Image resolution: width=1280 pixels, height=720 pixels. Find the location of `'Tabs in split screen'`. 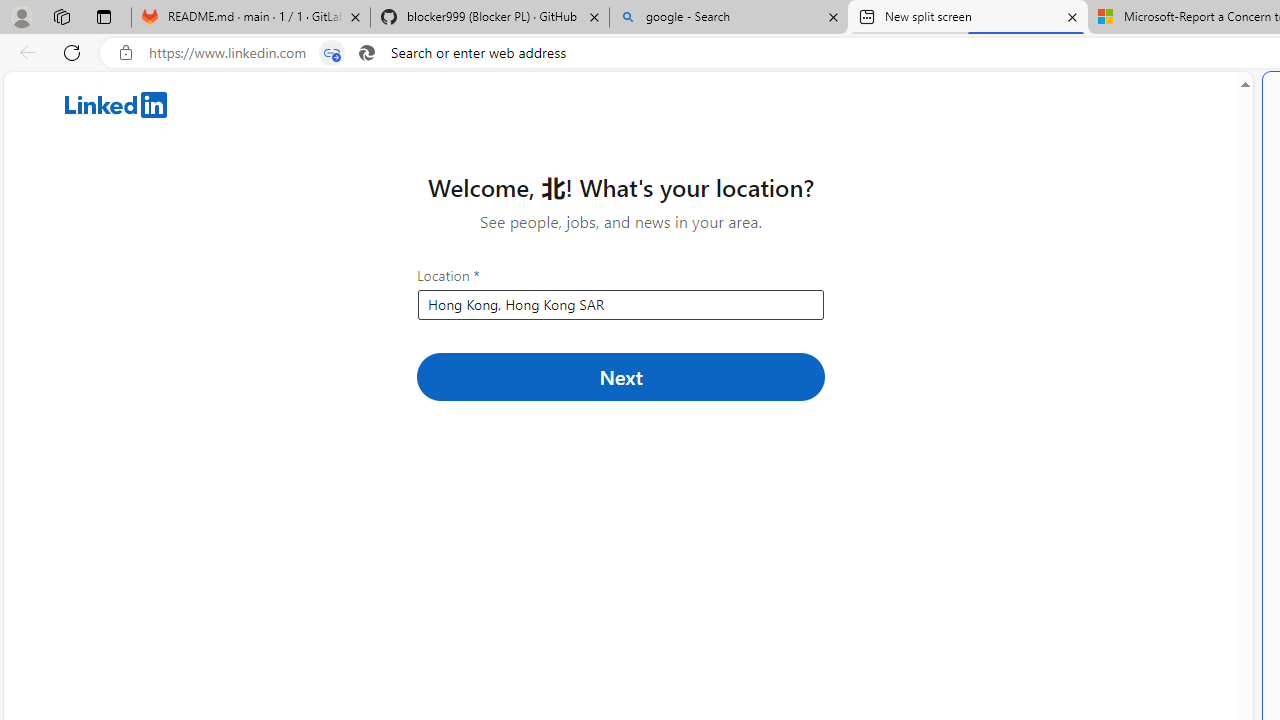

'Tabs in split screen' is located at coordinates (332, 52).